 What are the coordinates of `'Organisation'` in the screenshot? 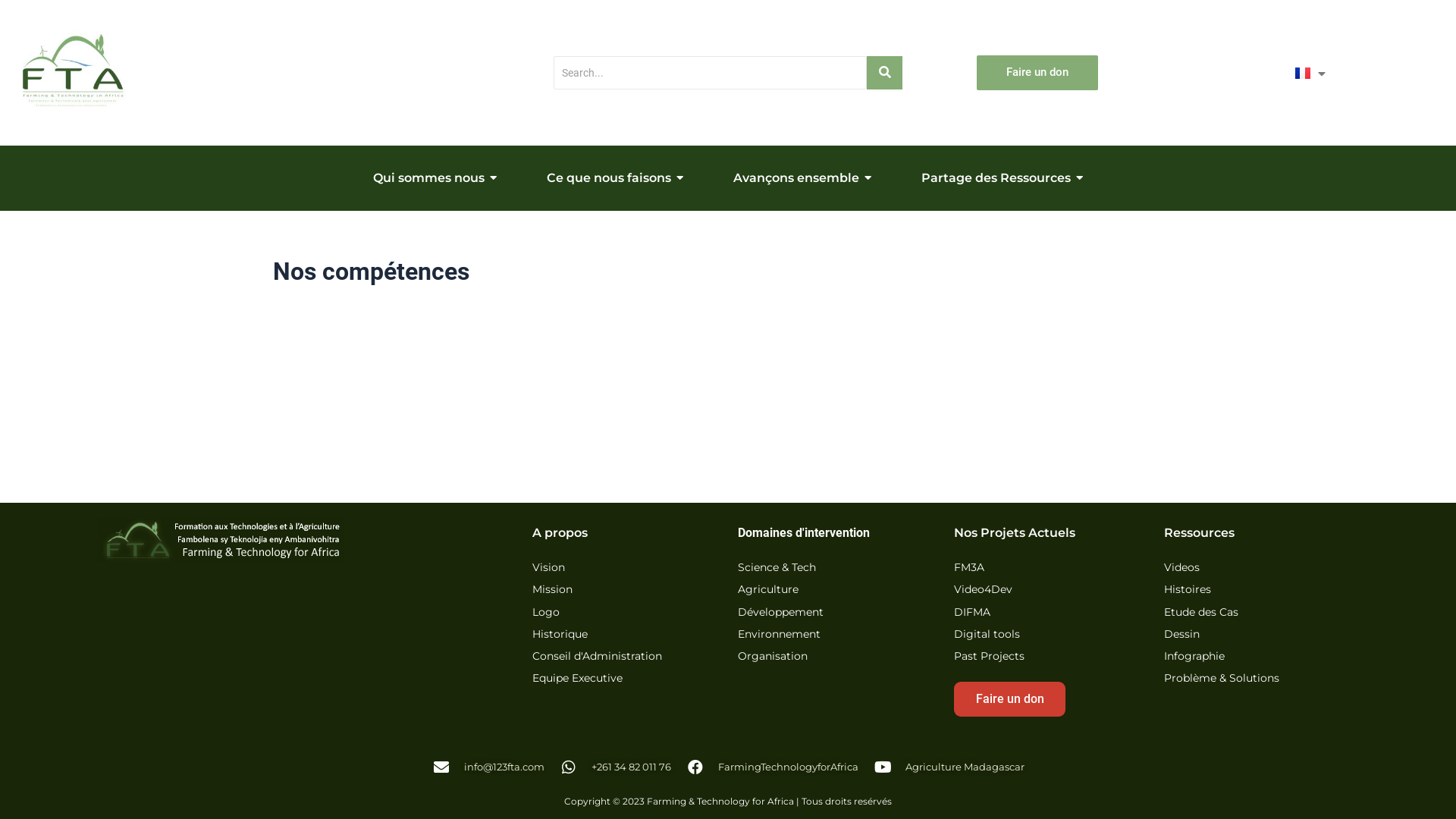 It's located at (772, 656).